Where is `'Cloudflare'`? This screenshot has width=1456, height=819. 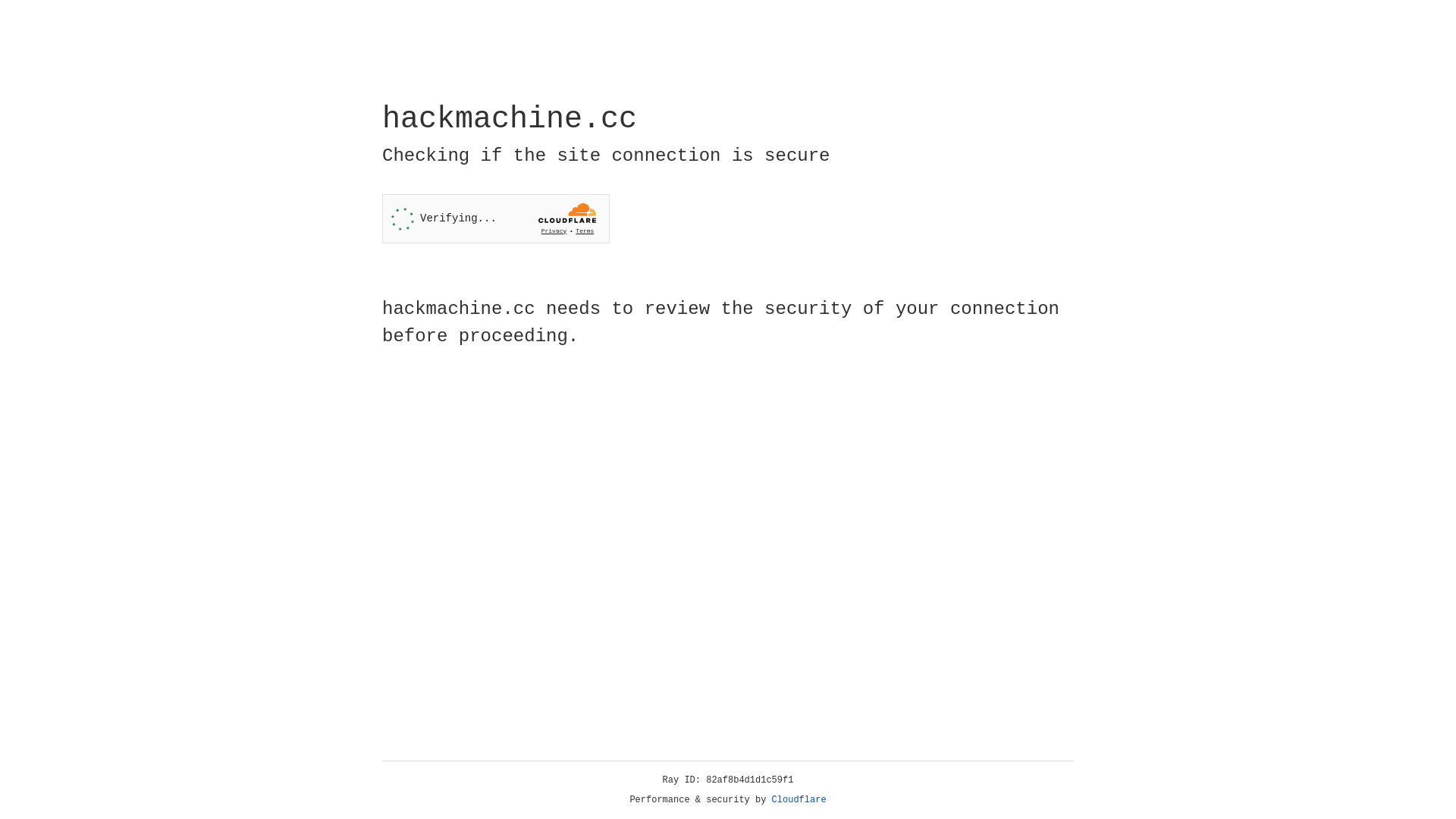 'Cloudflare' is located at coordinates (799, 799).